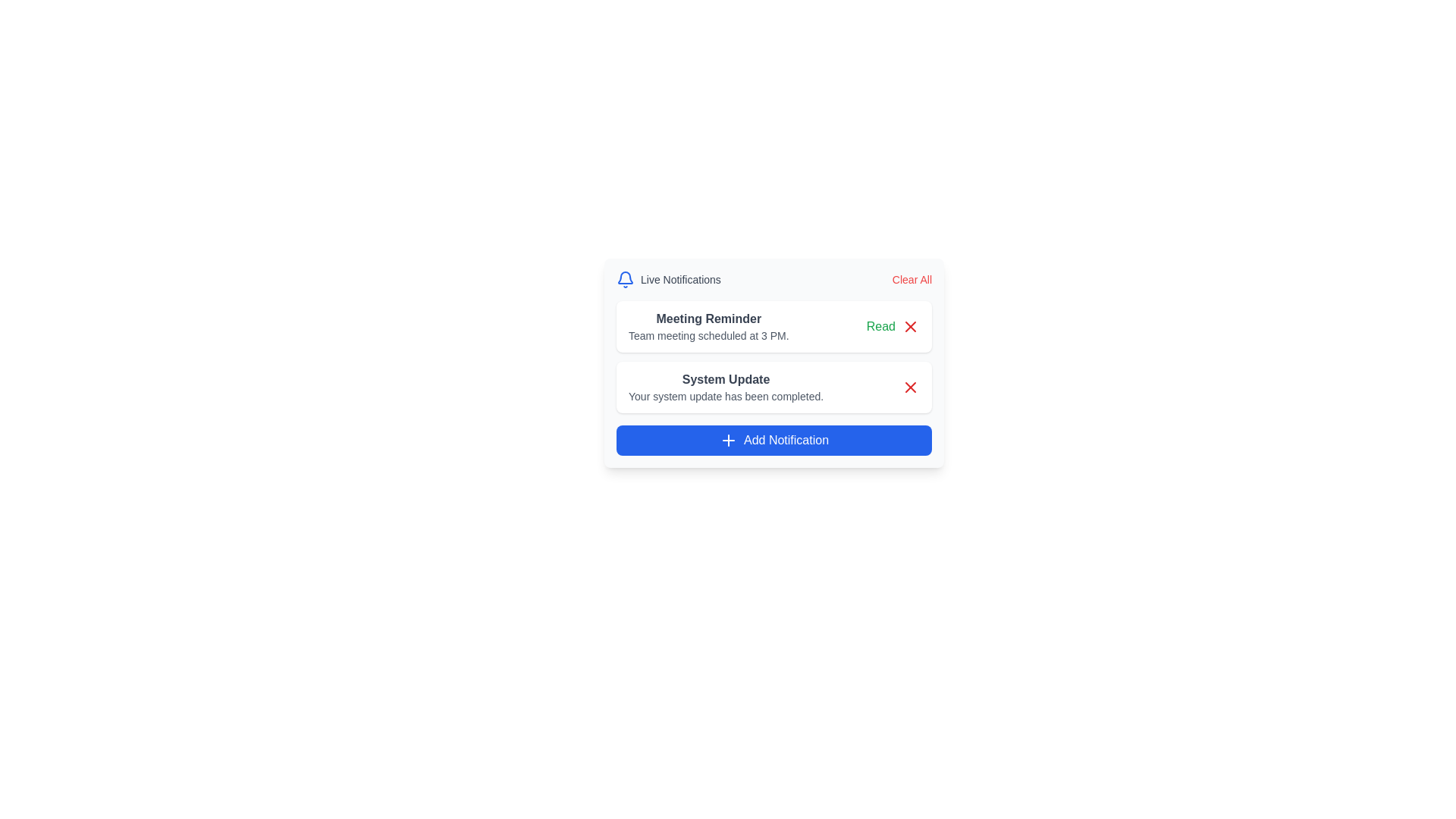 The height and width of the screenshot is (819, 1456). Describe the element at coordinates (626, 280) in the screenshot. I see `the blue bell icon representing notifications located to the left of the 'Live Notifications' text in the upper-left corner of the main notification section` at that location.